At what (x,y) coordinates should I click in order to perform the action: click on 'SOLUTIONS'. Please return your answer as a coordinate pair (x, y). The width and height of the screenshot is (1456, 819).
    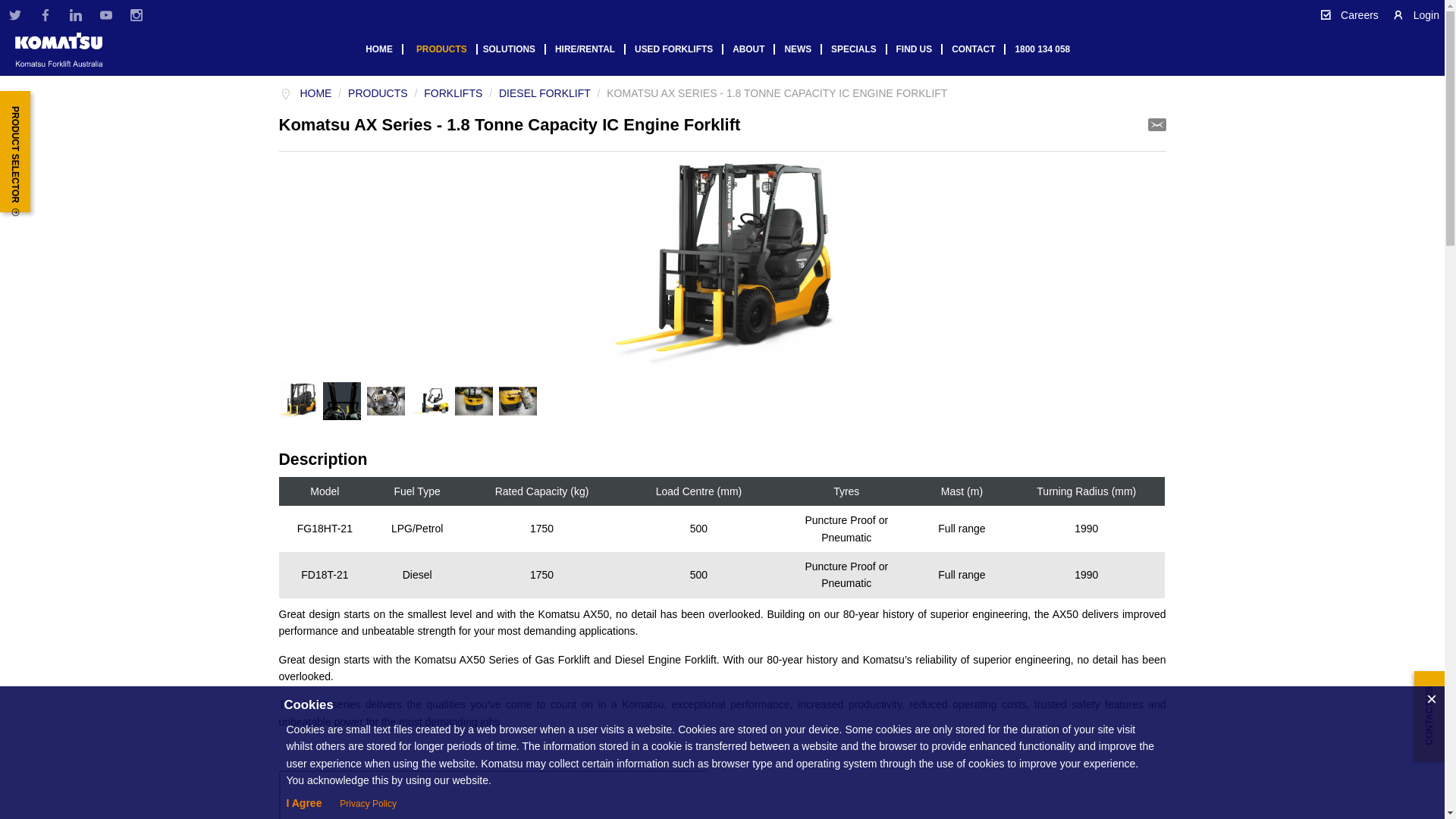
    Looking at the image, I should click on (514, 49).